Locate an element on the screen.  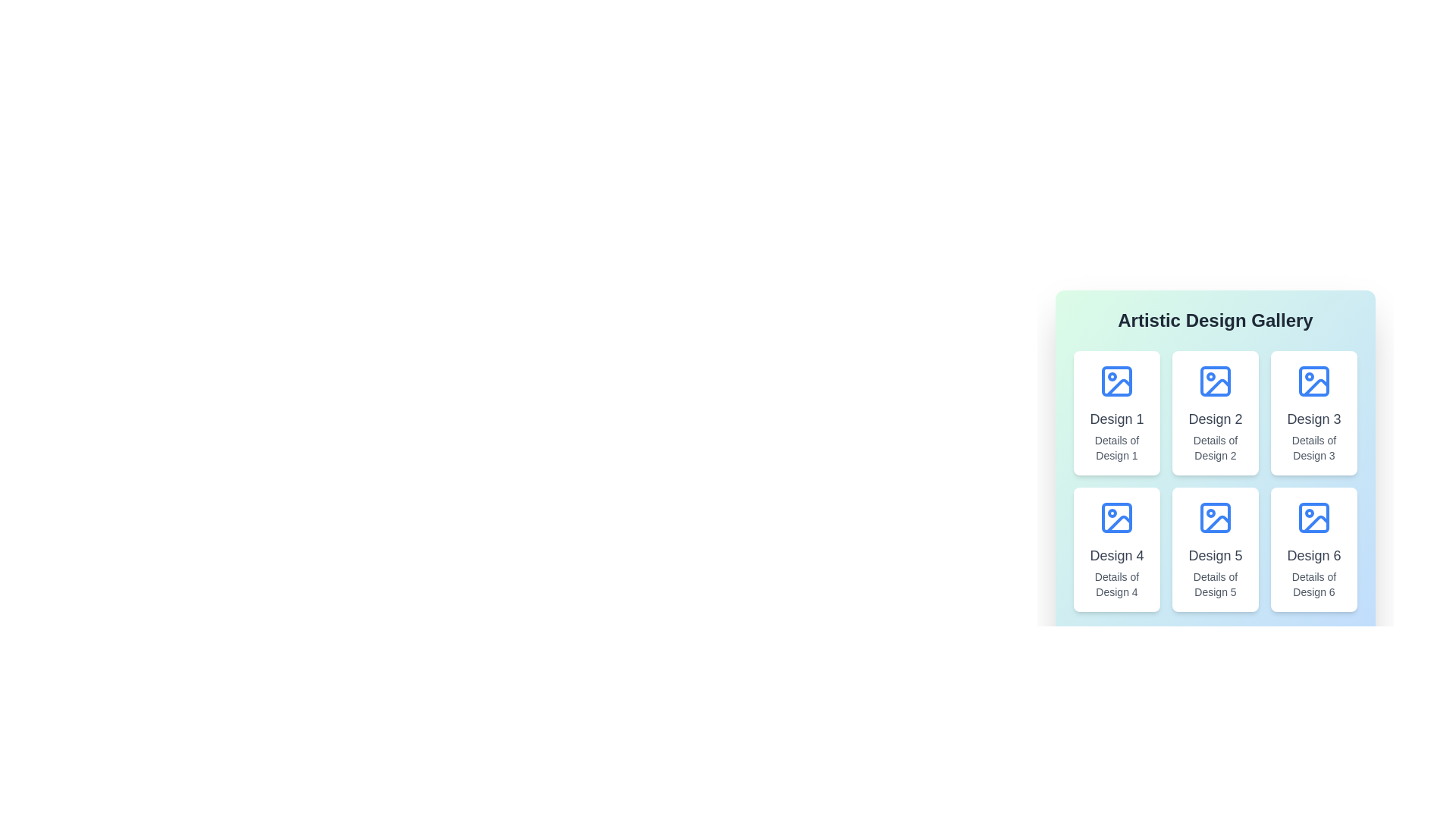
the blue SVG icon representing a mountain or slope, located in the second card of the top row in the 'Artistic Design Gallery', above the text 'Design 2' and its description is located at coordinates (1216, 380).